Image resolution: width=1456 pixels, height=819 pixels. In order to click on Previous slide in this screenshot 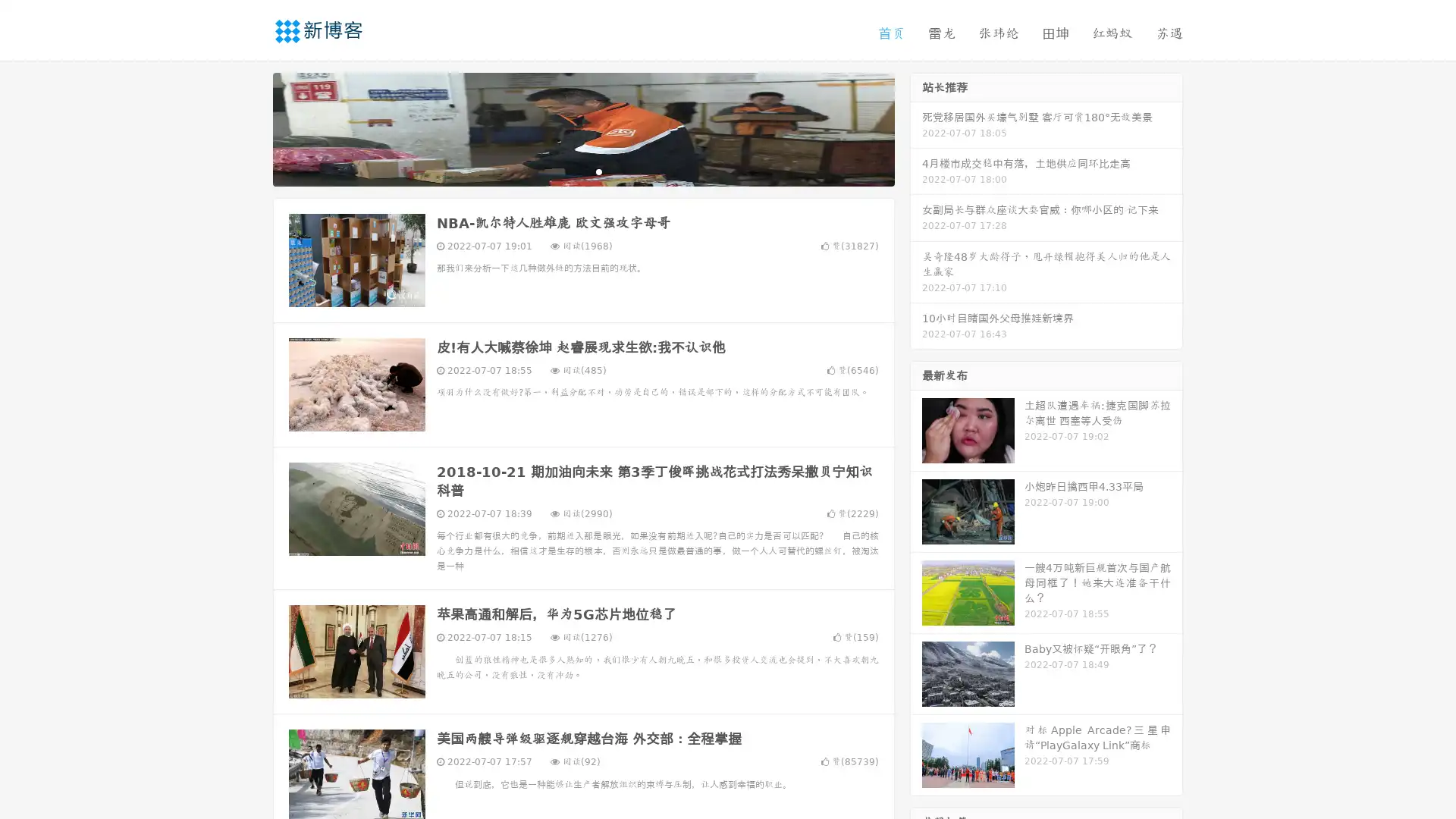, I will do `click(250, 127)`.